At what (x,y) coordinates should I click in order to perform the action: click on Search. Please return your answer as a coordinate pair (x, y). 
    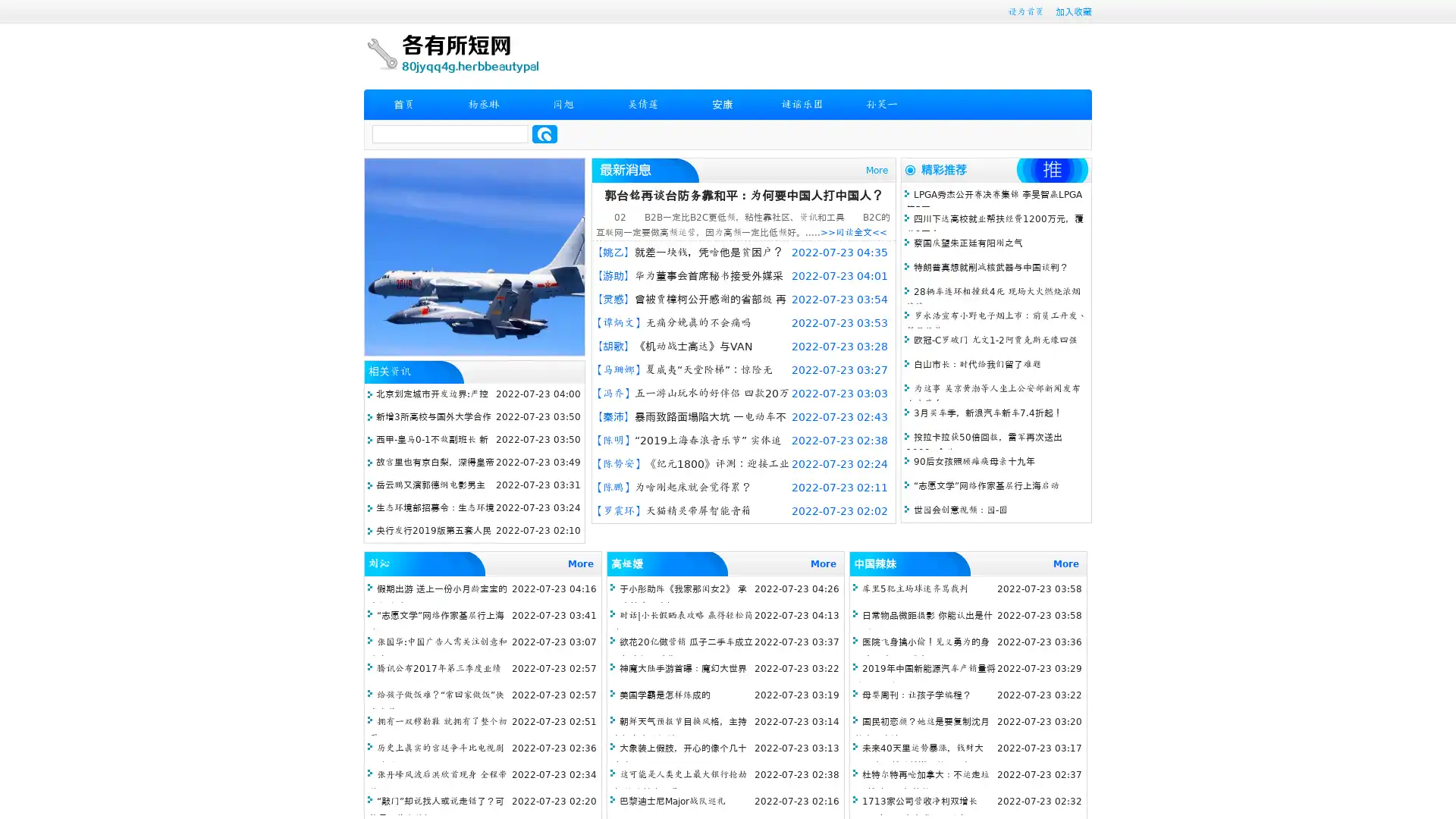
    Looking at the image, I should click on (544, 133).